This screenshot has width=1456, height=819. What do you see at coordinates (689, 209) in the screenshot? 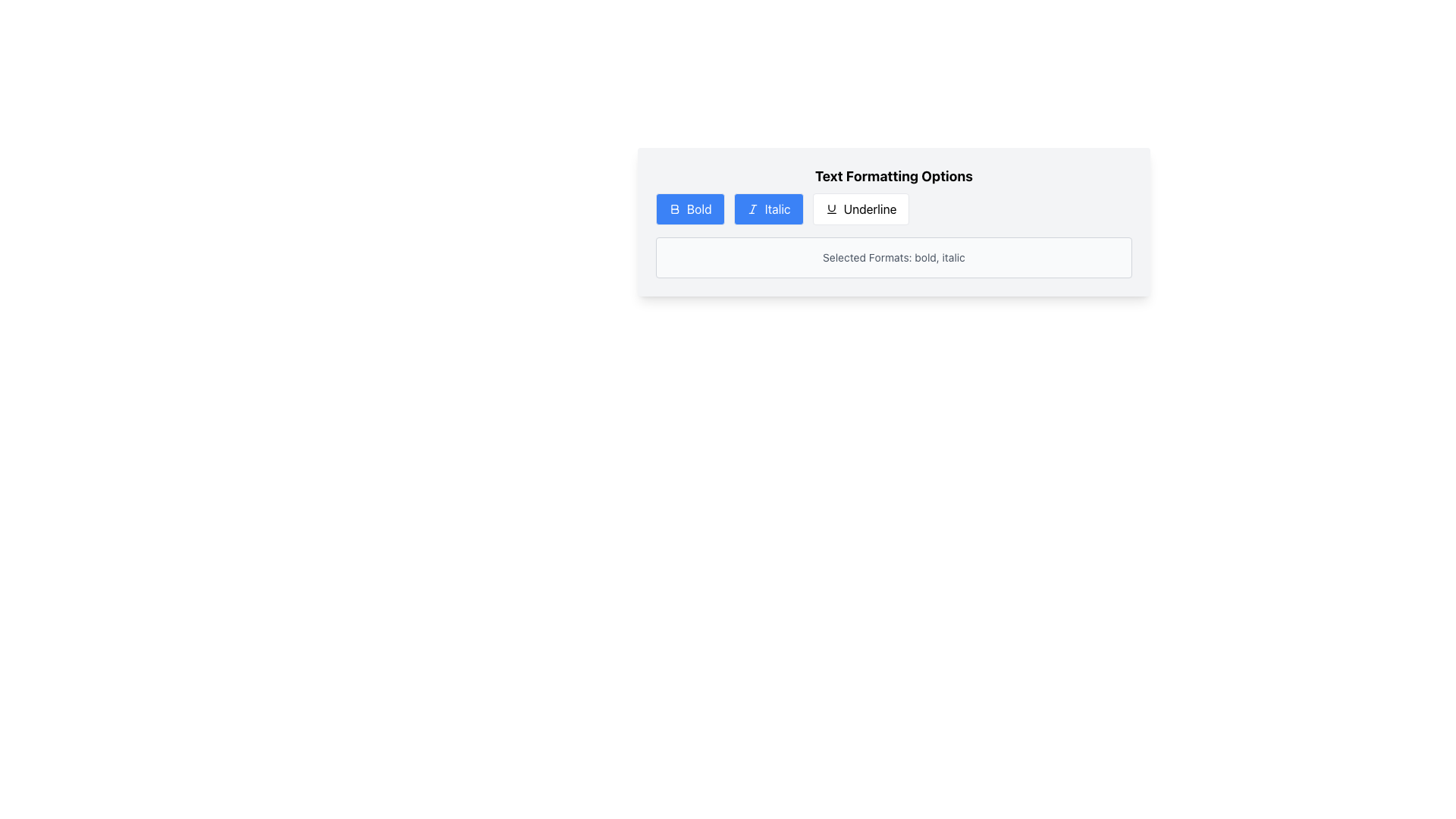
I see `the 'Bold' button in the top-left portion of the toolbar` at bounding box center [689, 209].